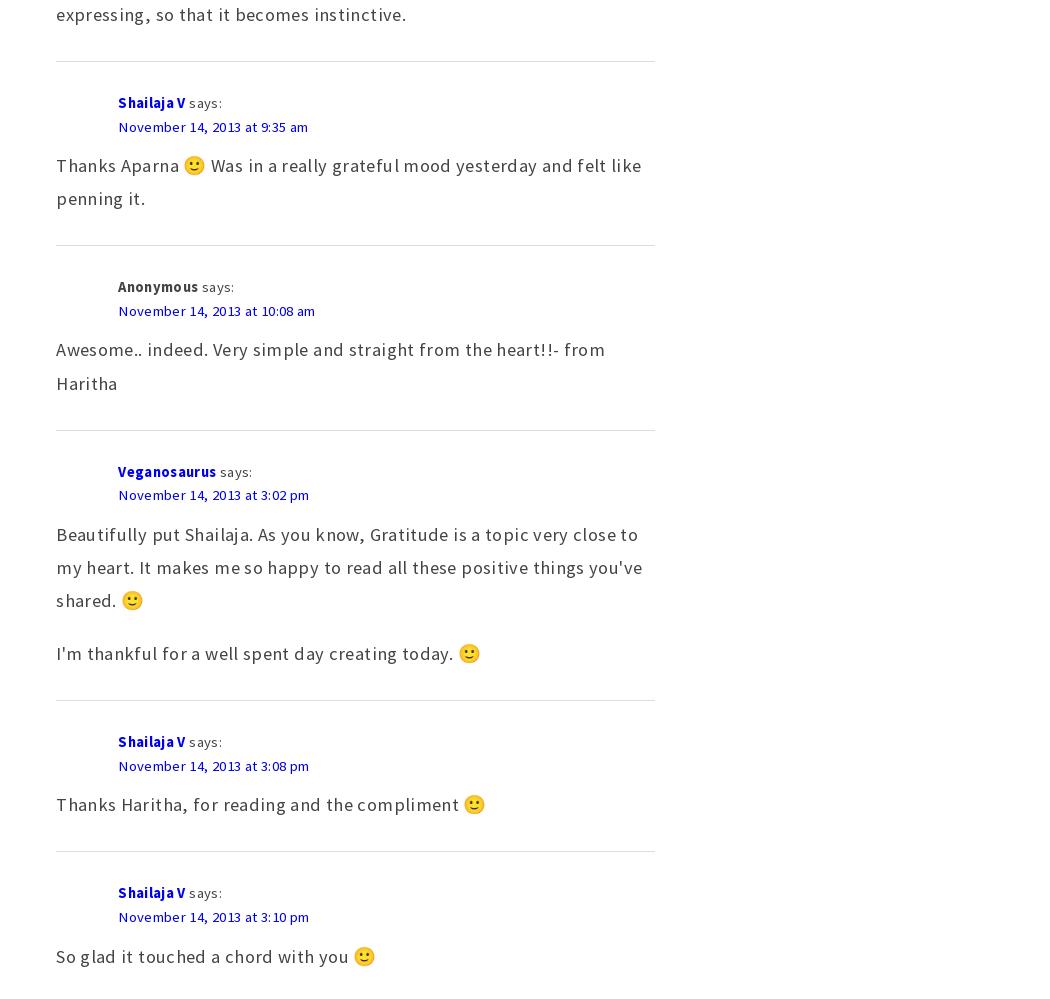 The height and width of the screenshot is (999, 1050). Describe the element at coordinates (215, 308) in the screenshot. I see `'November 14, 2013 at 10:08 am'` at that location.